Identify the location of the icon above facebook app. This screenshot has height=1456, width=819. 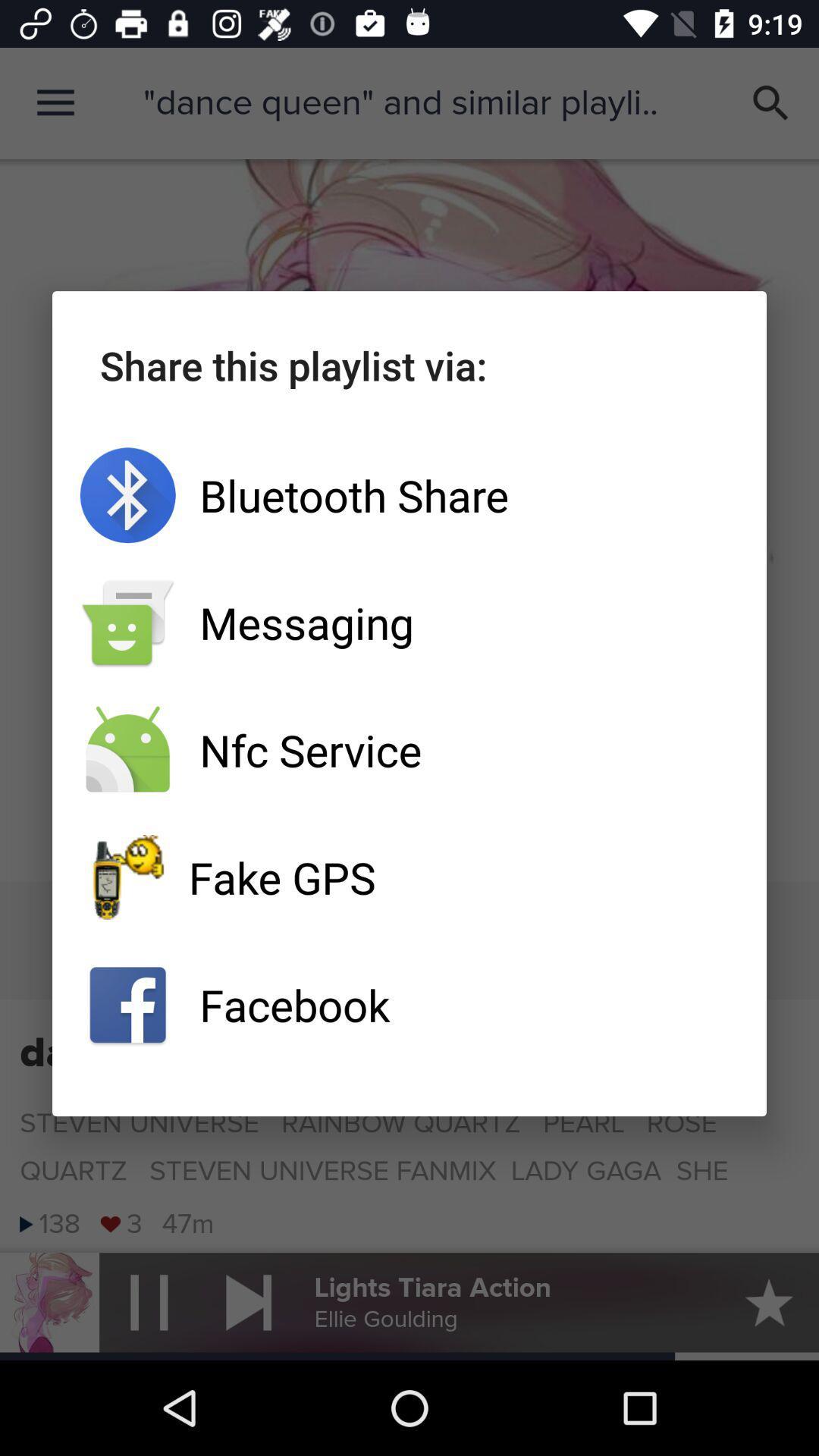
(409, 877).